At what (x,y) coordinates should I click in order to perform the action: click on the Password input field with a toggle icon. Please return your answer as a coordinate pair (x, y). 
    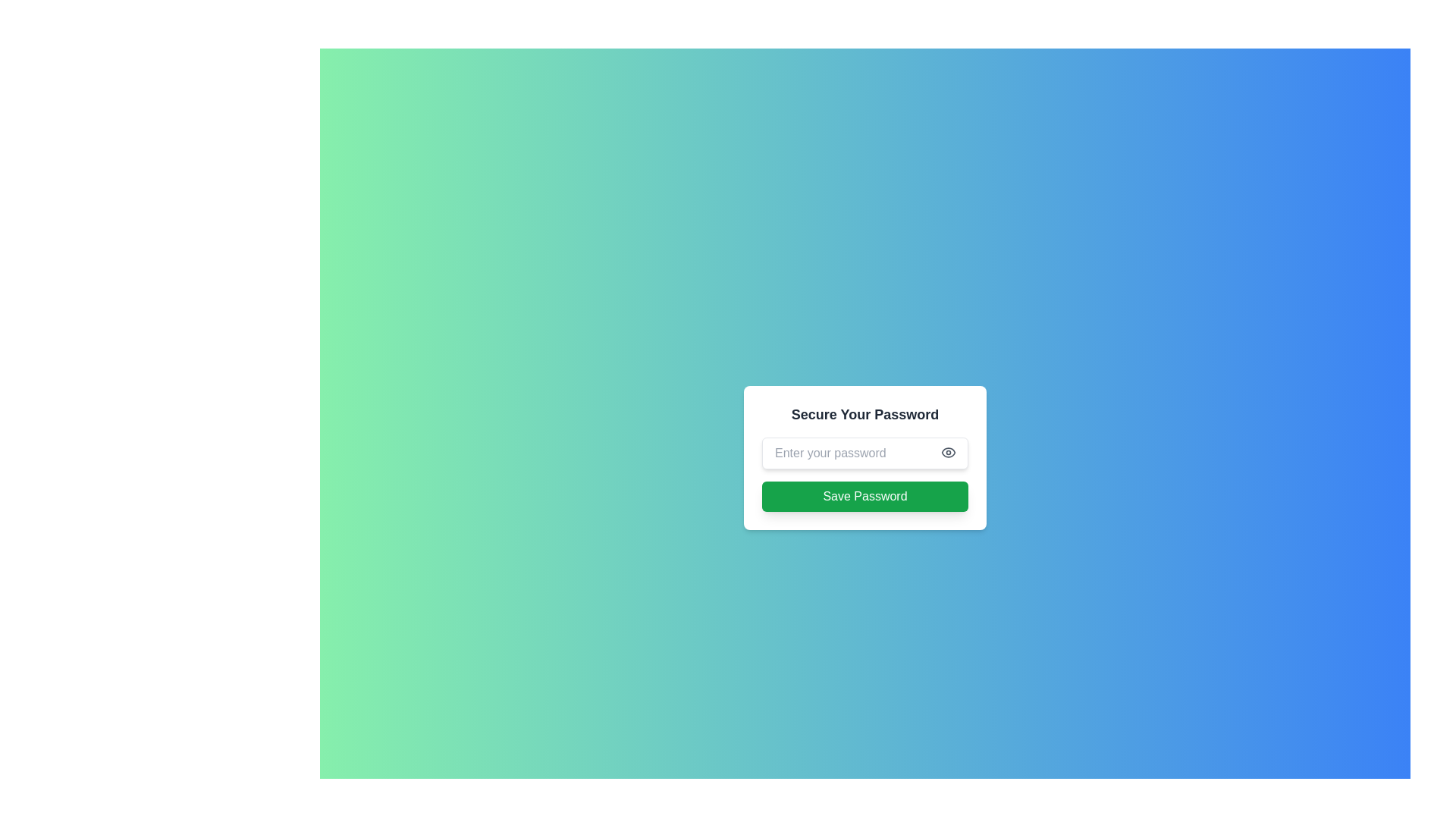
    Looking at the image, I should click on (865, 457).